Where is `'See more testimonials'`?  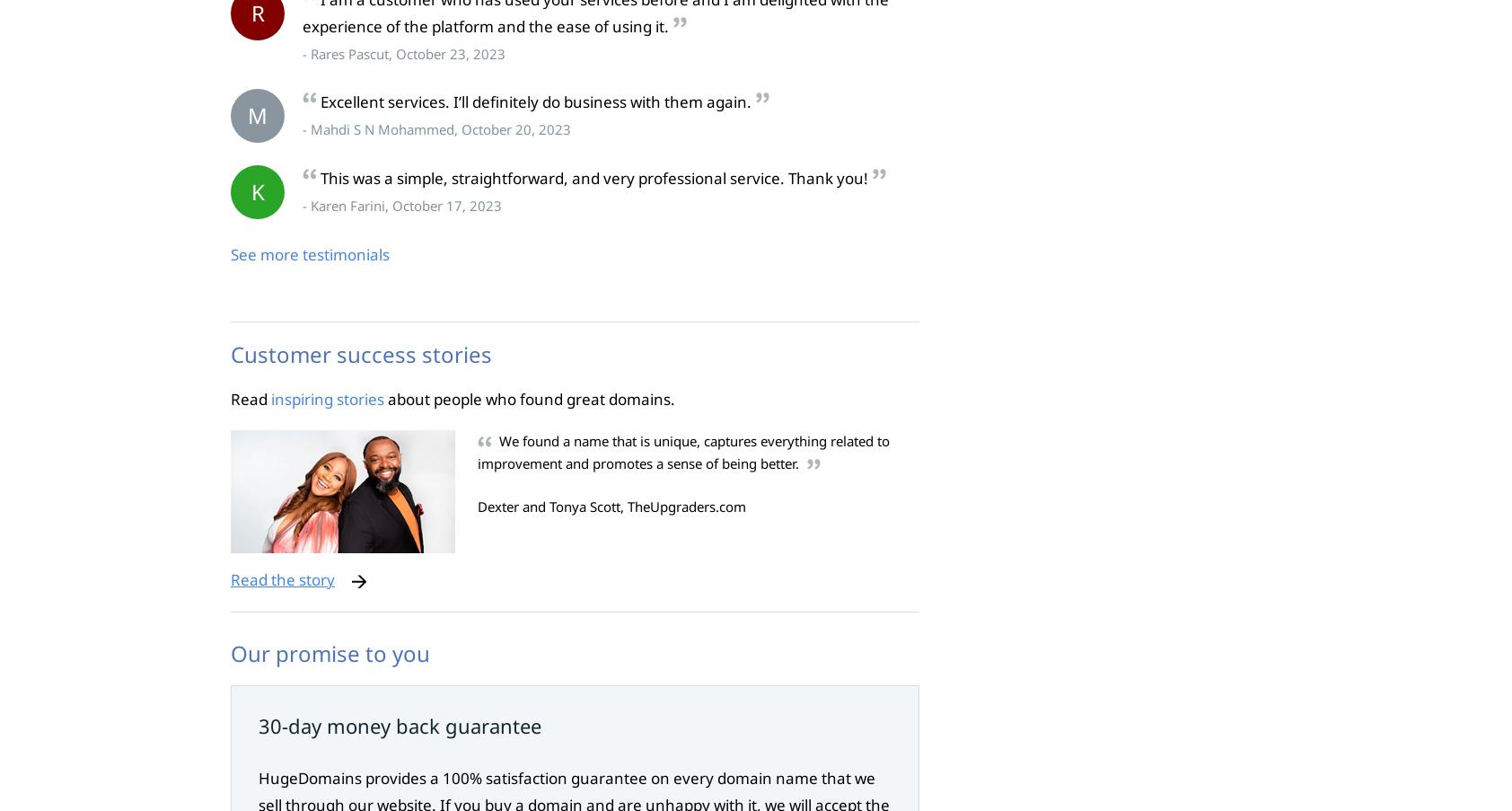 'See more testimonials' is located at coordinates (310, 253).